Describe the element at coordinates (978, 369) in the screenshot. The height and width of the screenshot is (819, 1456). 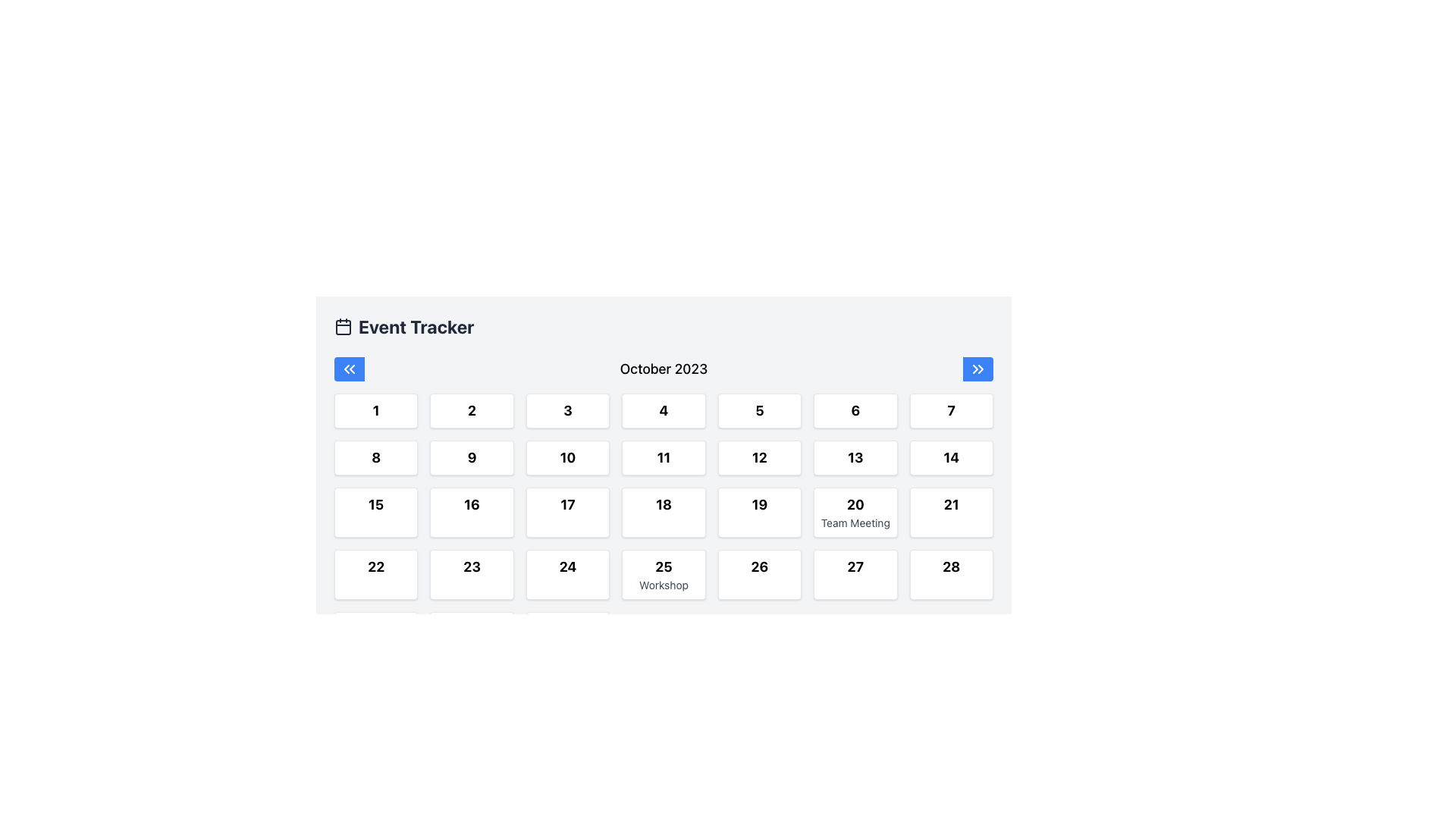
I see `the right-facing double-chevron icon on the calendar interface` at that location.